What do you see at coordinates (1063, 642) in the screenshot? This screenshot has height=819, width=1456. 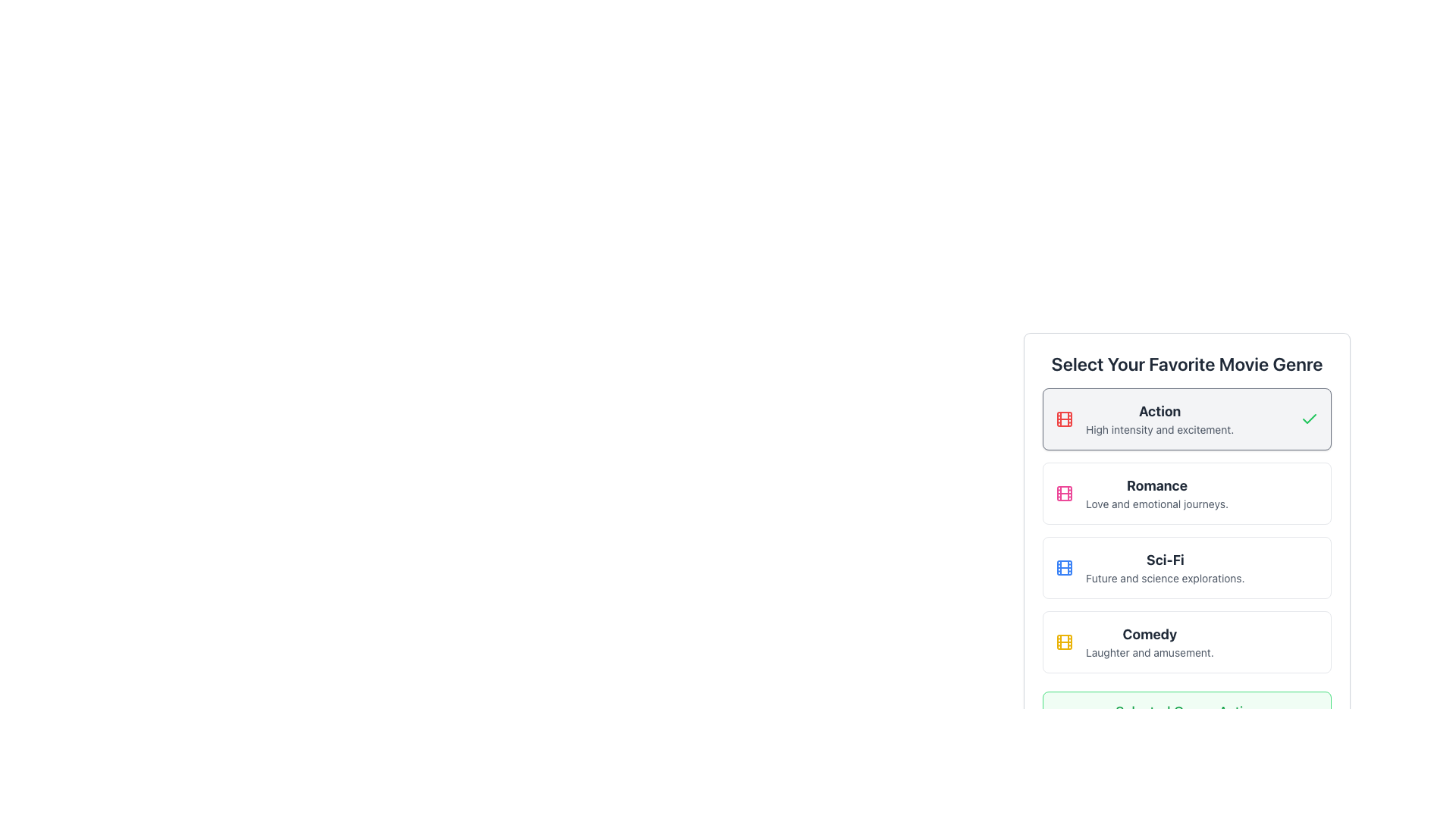 I see `the movie reel icon, which is centrally positioned within the 'Action' genre representation on the left side of the 'Action' option in the movie genre selection list` at bounding box center [1063, 642].